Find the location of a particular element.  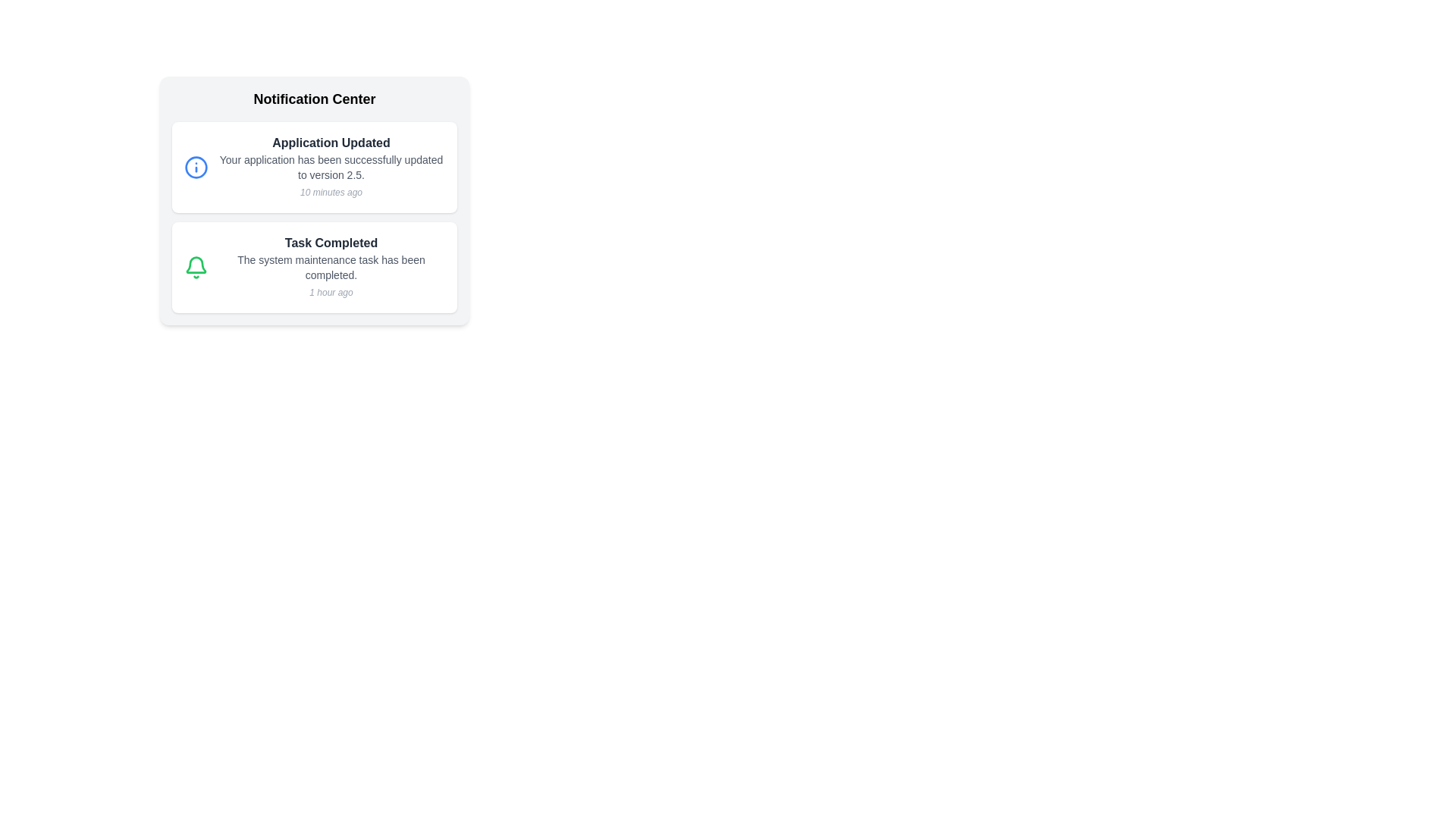

the text label that reads 'The system maintenance task has been completed.' which is located in the Notification Center, beneath the header 'Task Completed' is located at coordinates (330, 267).